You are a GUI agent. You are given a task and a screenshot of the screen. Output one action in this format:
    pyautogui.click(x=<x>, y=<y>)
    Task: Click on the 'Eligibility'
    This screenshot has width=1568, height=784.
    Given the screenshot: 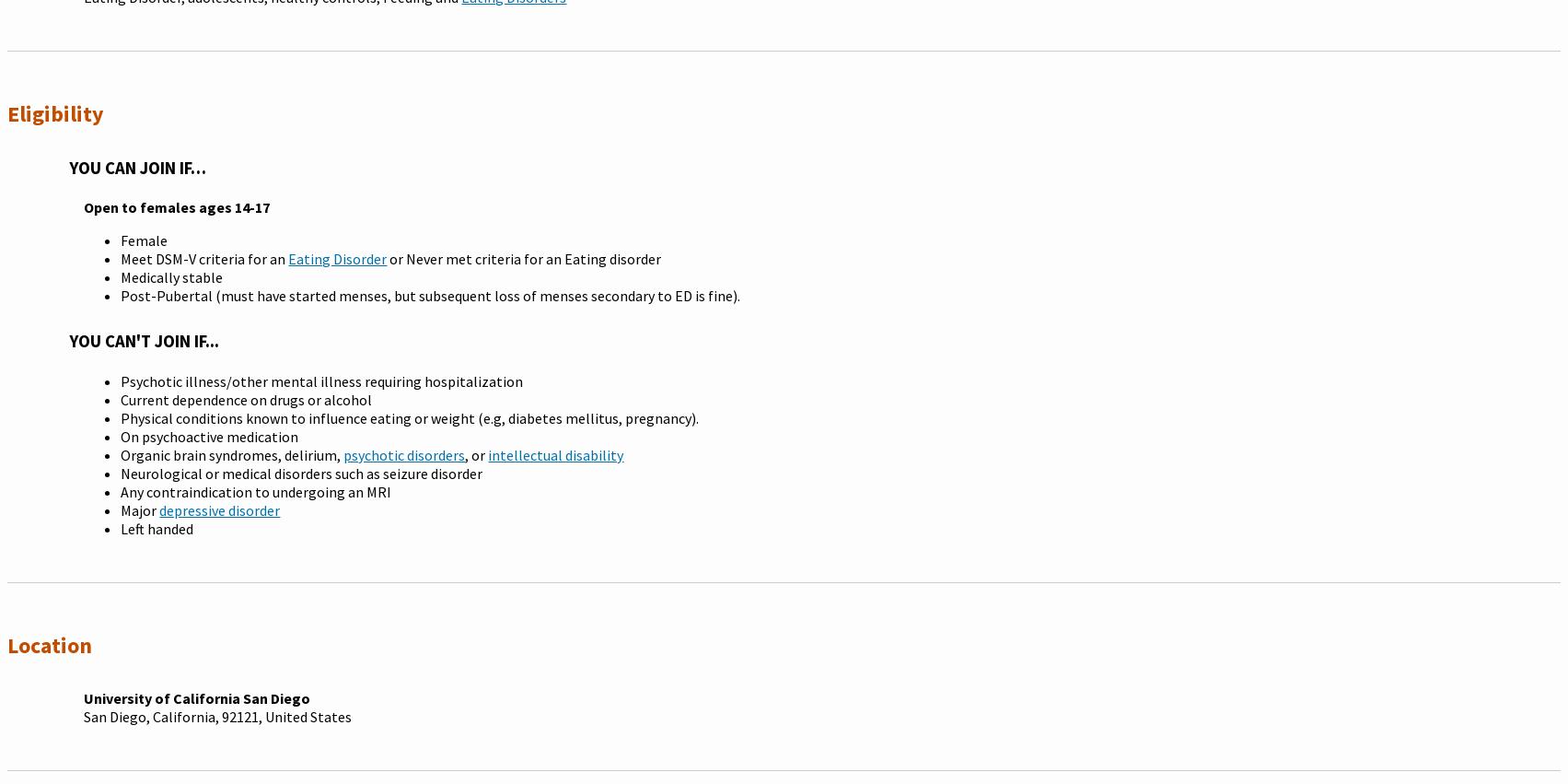 What is the action you would take?
    pyautogui.click(x=55, y=112)
    